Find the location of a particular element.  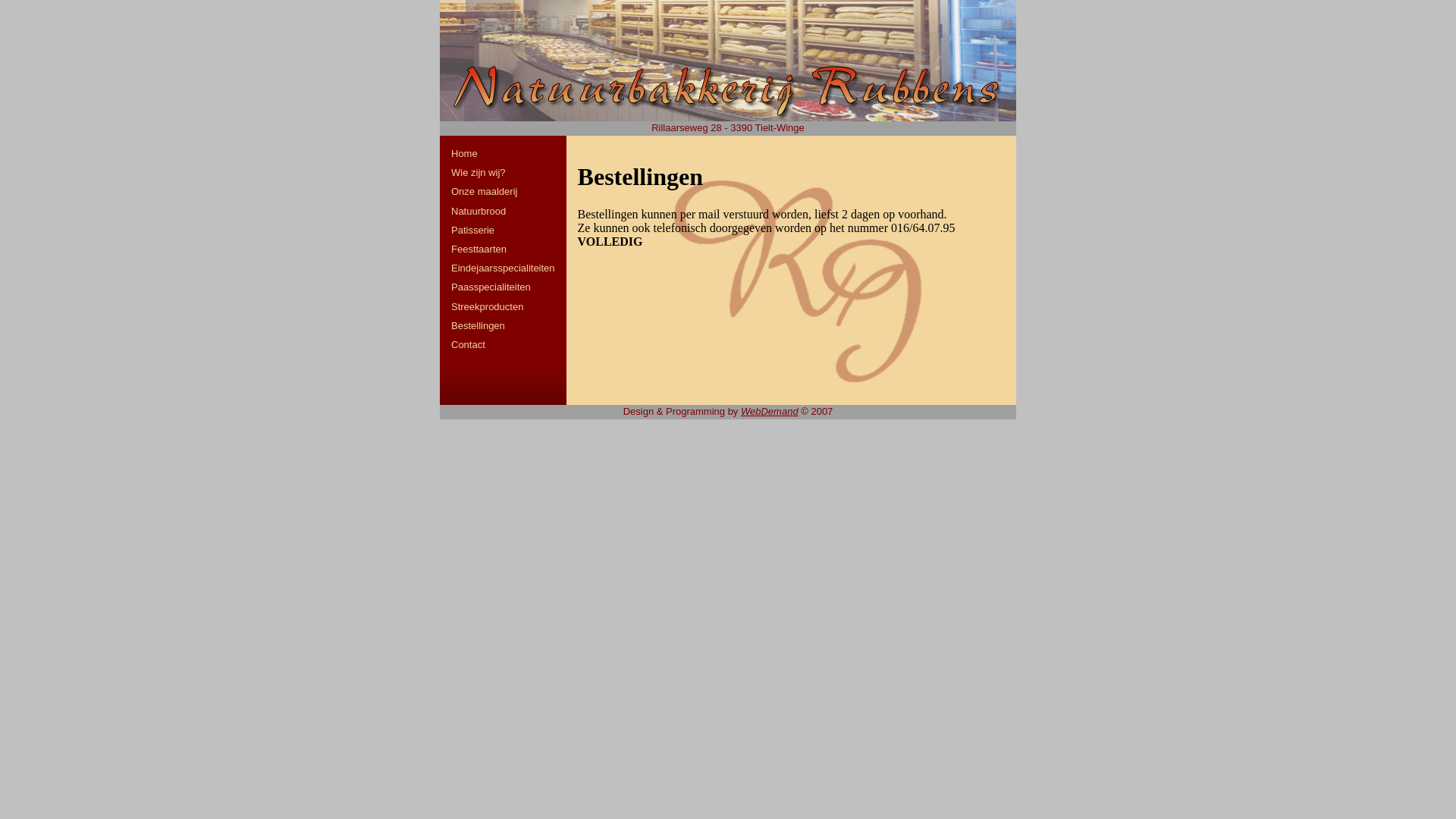

'Eindejaarsspecialiteiten' is located at coordinates (503, 267).